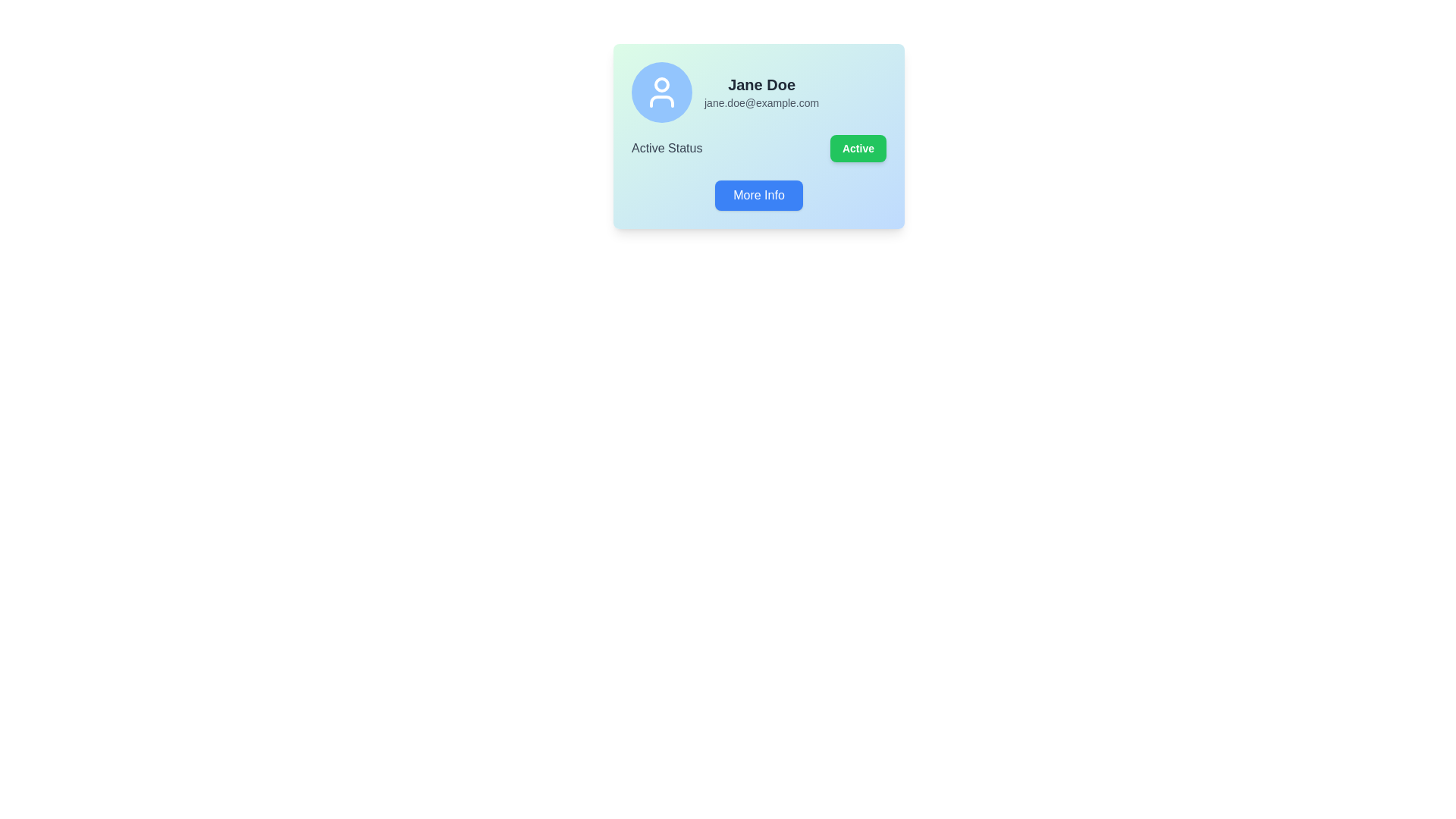  What do you see at coordinates (662, 84) in the screenshot?
I see `the circular graphic shape within the user icon design that depicts a user profile image` at bounding box center [662, 84].